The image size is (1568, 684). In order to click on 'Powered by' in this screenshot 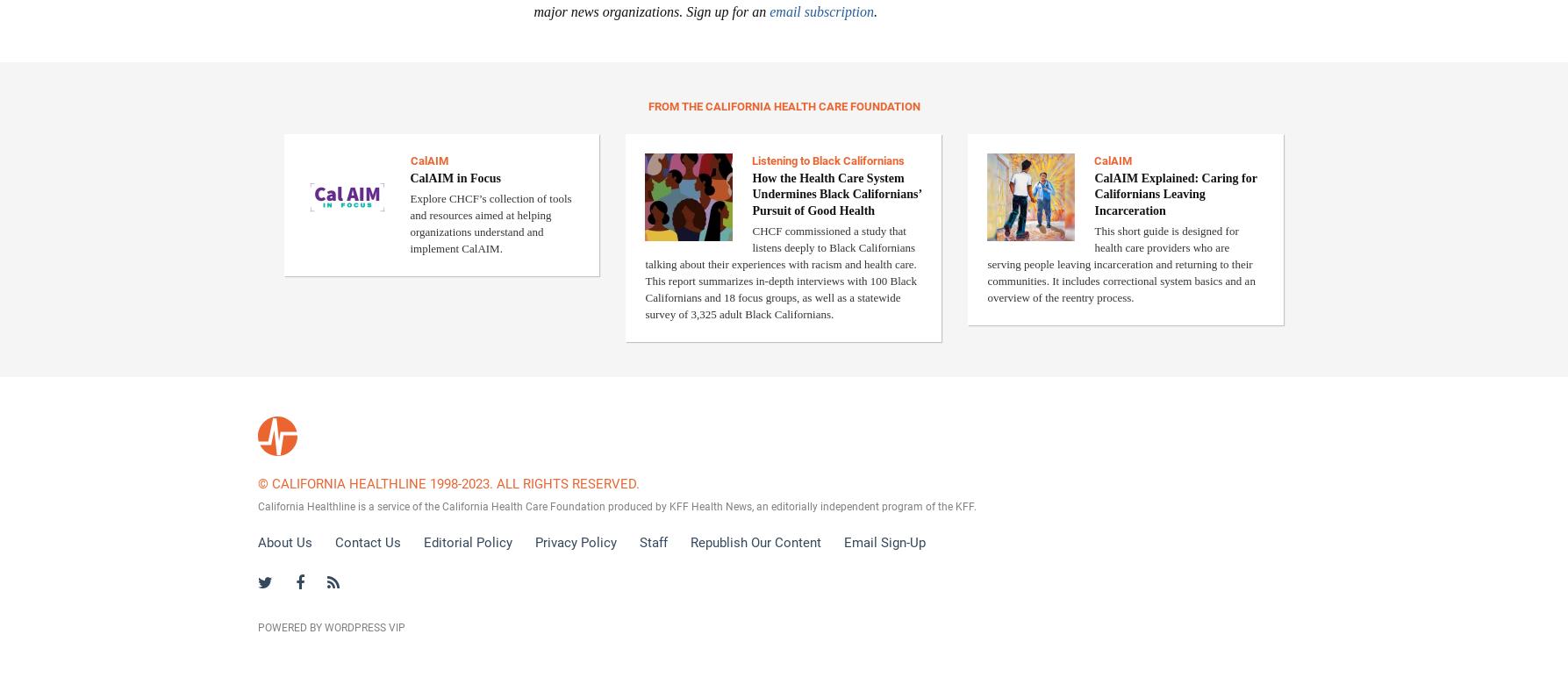, I will do `click(289, 626)`.